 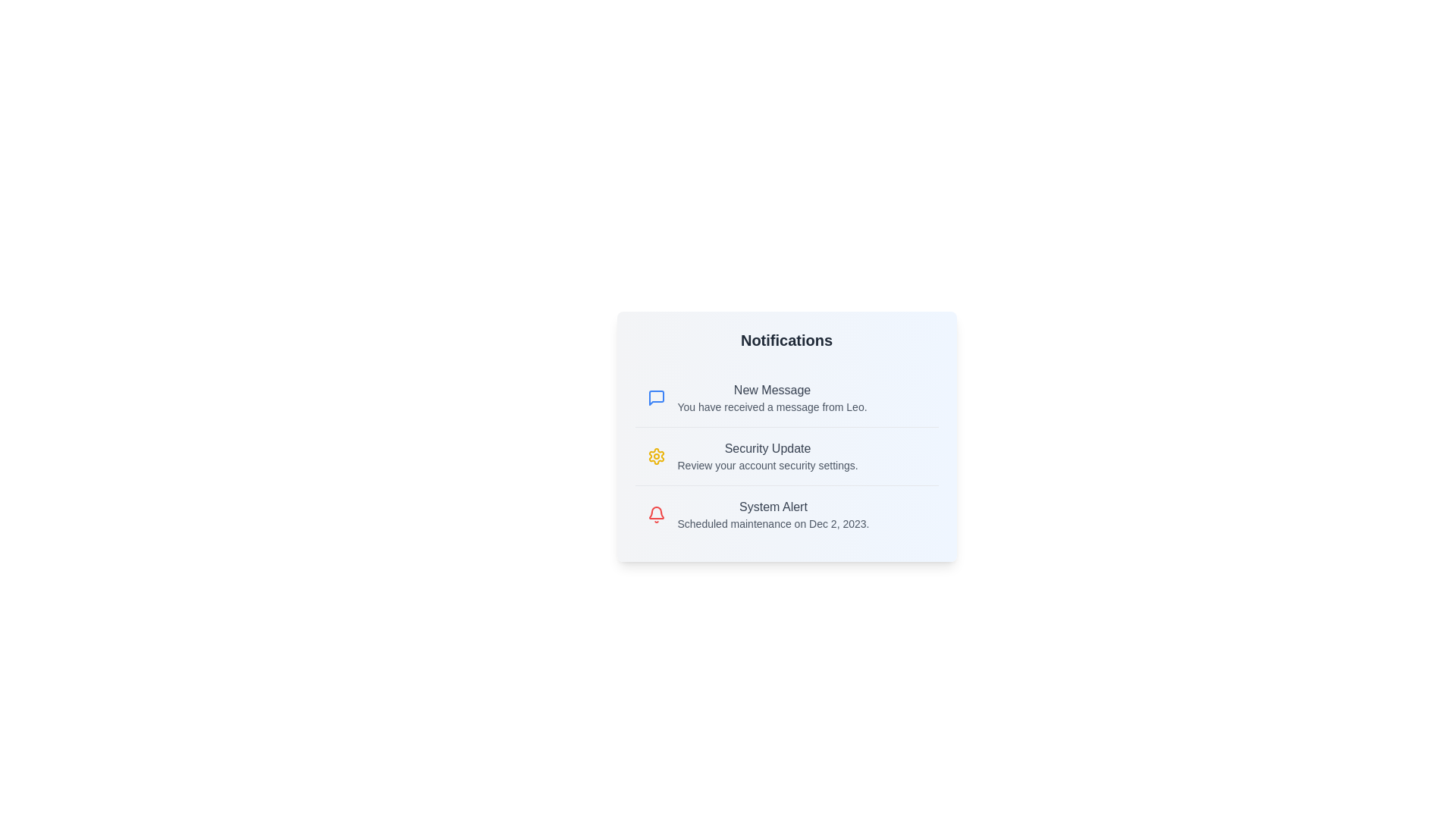 I want to click on the notification icon corresponding to Security Update, so click(x=656, y=455).